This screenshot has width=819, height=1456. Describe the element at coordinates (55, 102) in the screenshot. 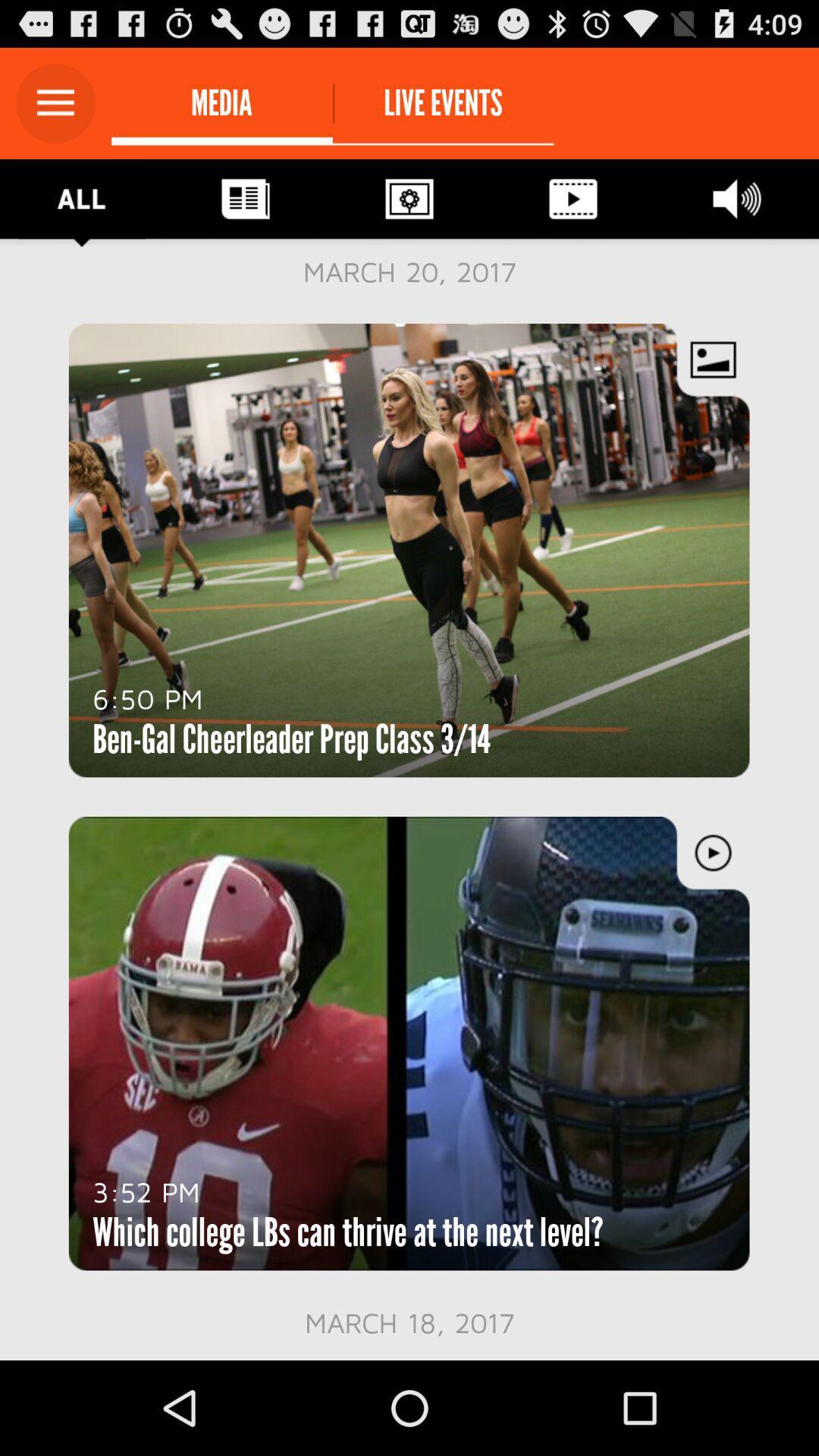

I see `item next to the media item` at that location.